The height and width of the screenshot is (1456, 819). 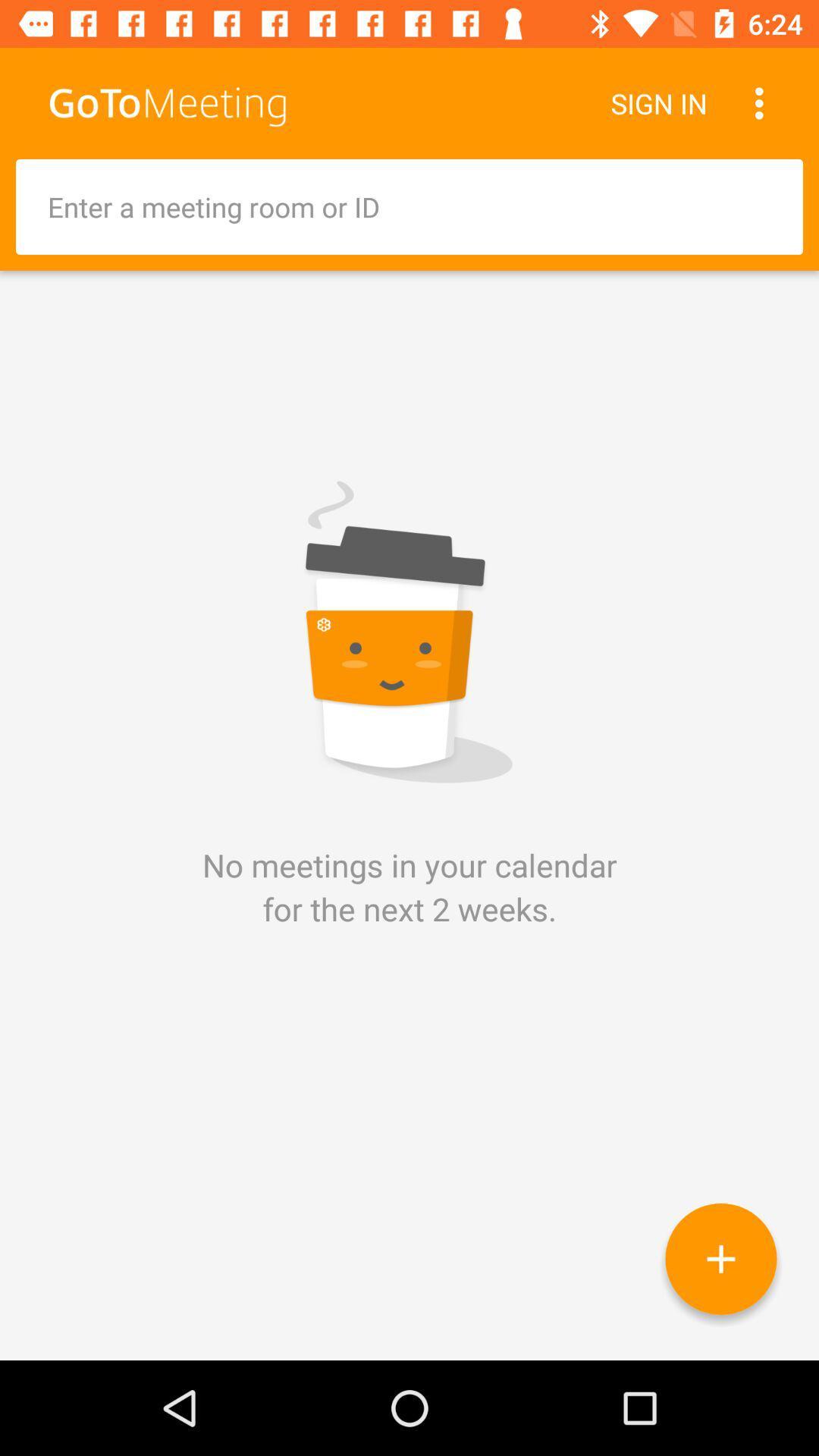 What do you see at coordinates (720, 1259) in the screenshot?
I see `the add icon` at bounding box center [720, 1259].